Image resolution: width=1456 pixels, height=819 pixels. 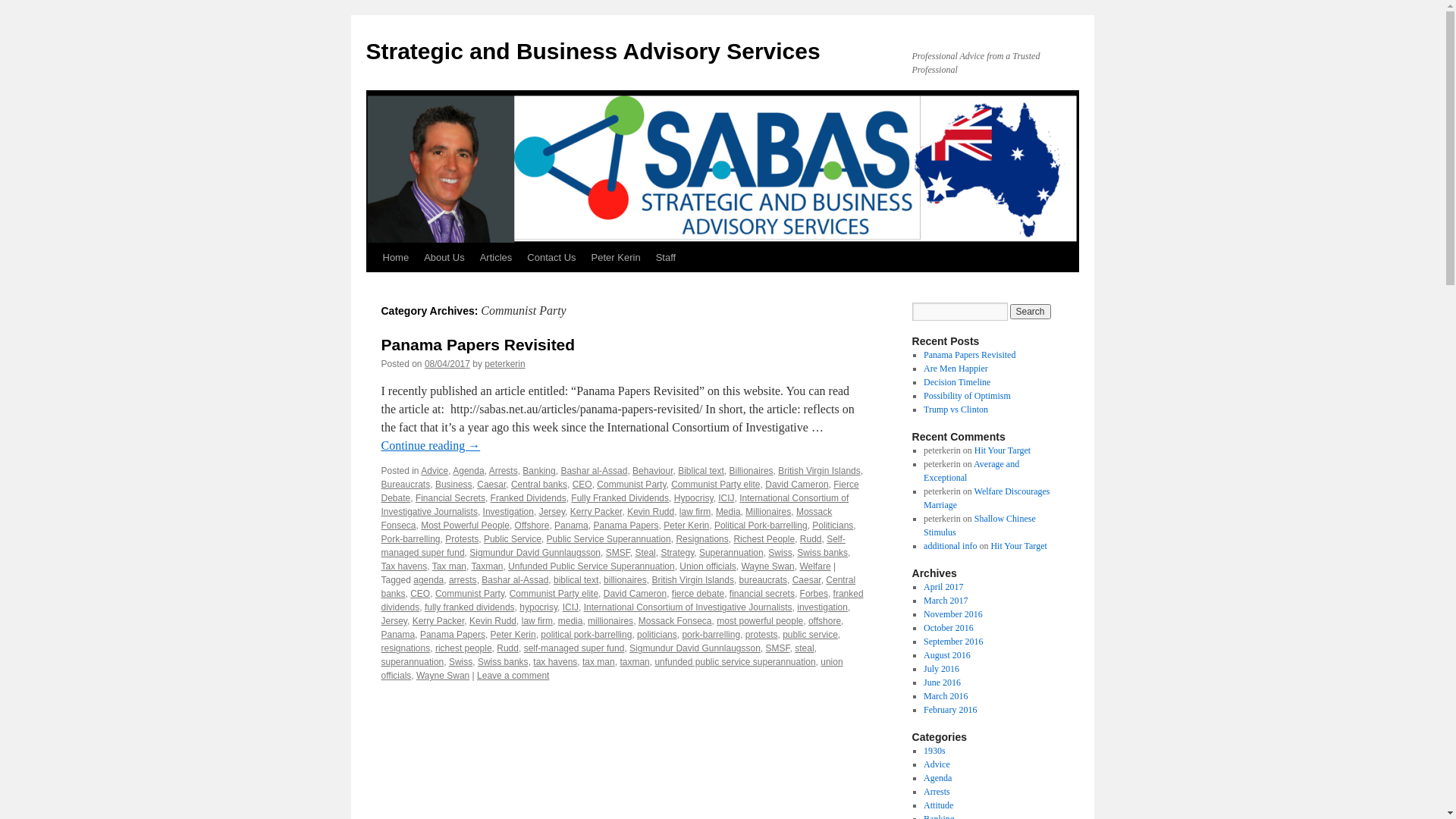 I want to click on 'Shallow Chinese Stimulus', so click(x=979, y=525).